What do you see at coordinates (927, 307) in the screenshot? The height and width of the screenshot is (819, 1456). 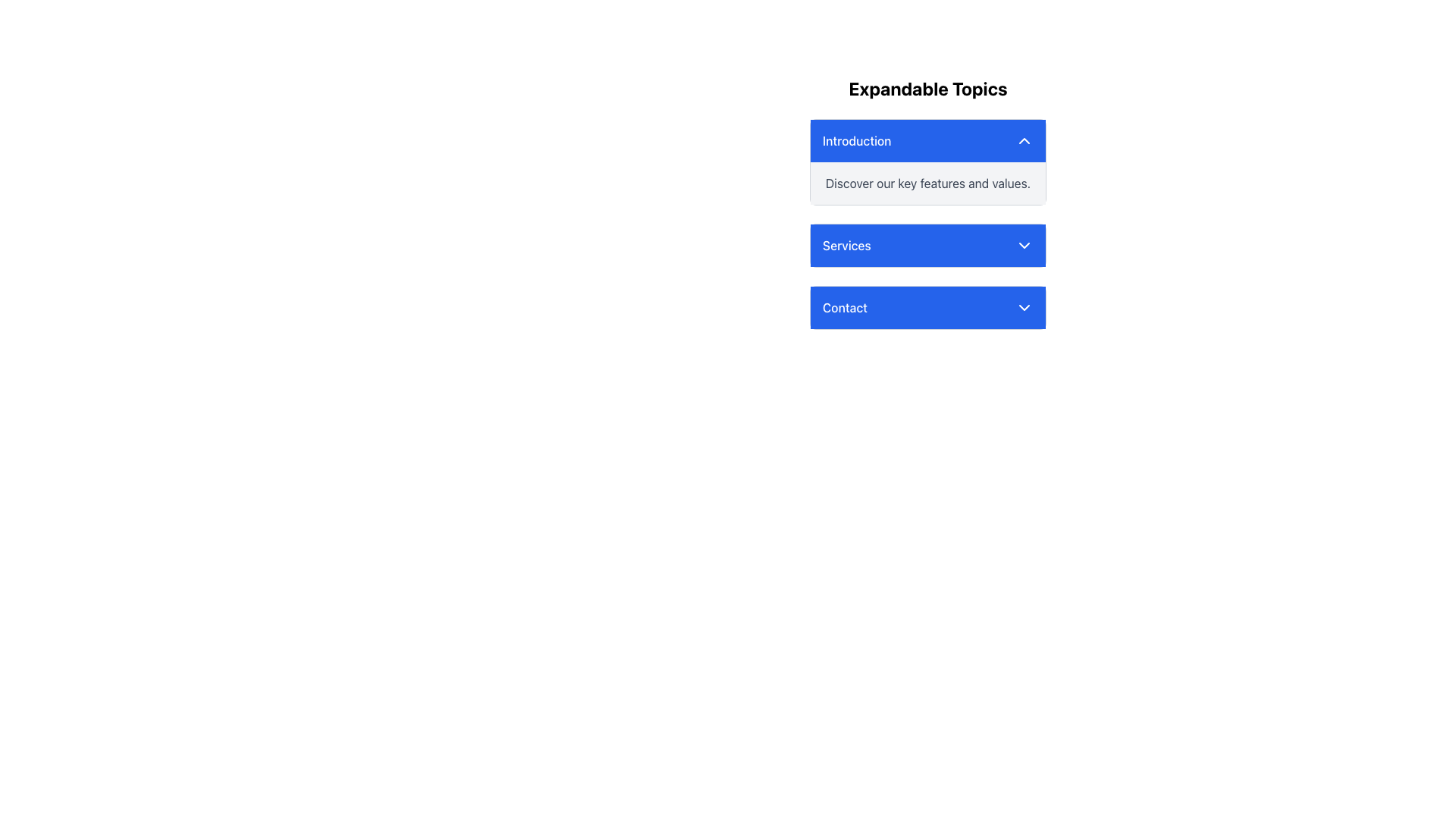 I see `the 'Contact' button with a blue background and a downward-facing chevron icon` at bounding box center [927, 307].